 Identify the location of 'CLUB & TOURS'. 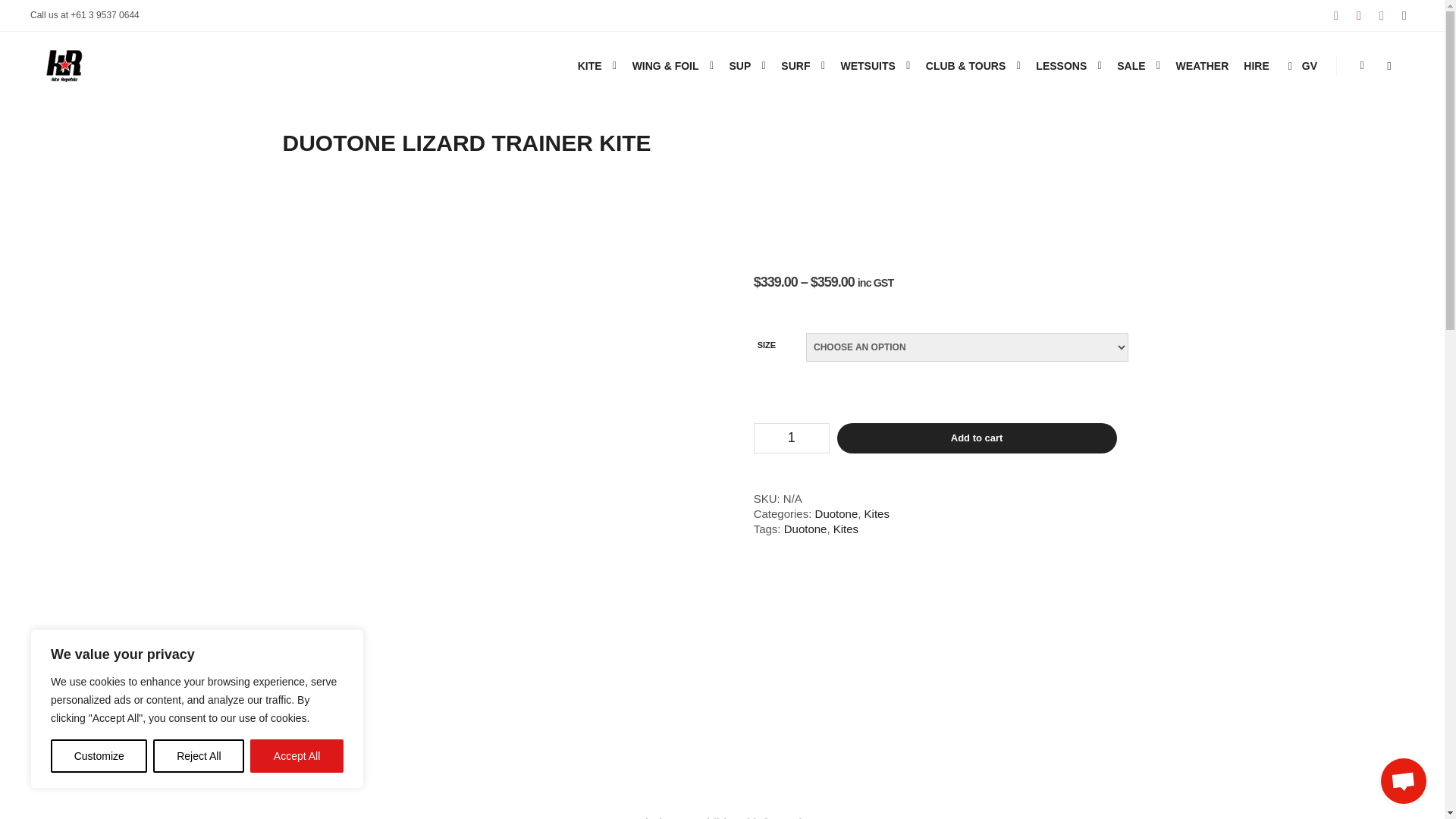
(963, 65).